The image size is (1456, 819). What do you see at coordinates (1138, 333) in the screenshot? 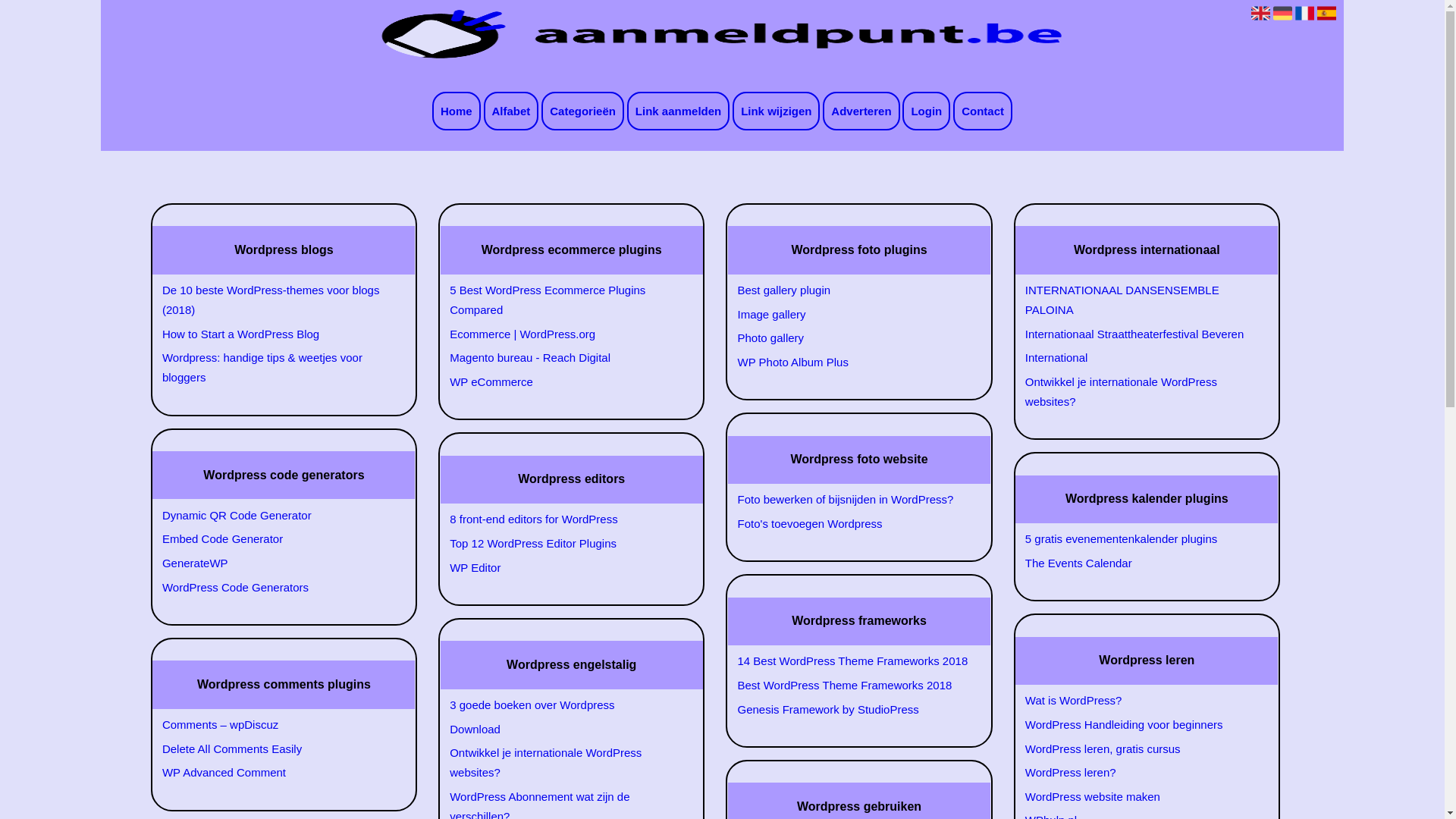
I see `'Internationaal Straattheaterfestival Beveren'` at bounding box center [1138, 333].